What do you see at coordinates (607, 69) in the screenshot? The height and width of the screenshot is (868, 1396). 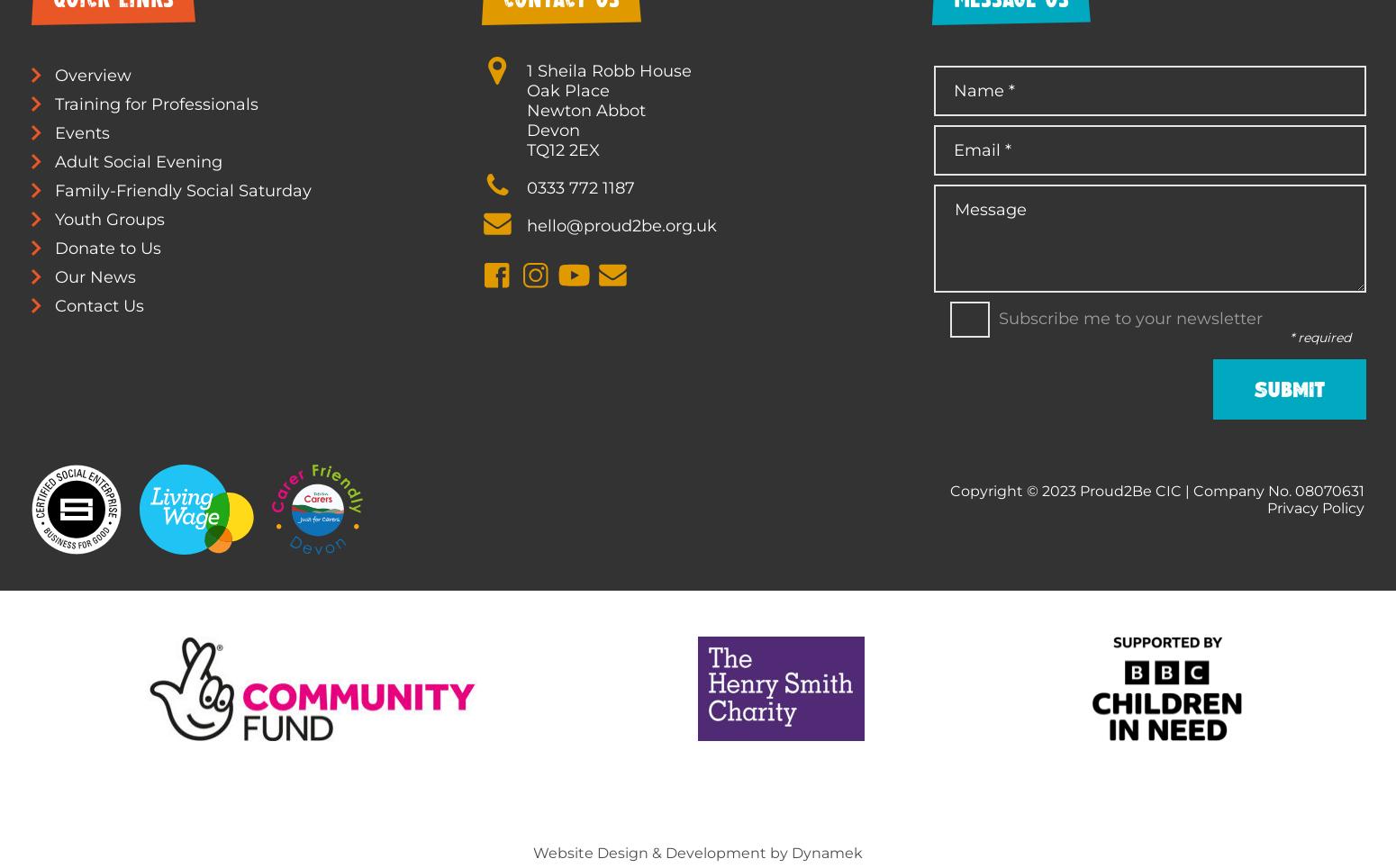 I see `'1 Sheila Robb House'` at bounding box center [607, 69].